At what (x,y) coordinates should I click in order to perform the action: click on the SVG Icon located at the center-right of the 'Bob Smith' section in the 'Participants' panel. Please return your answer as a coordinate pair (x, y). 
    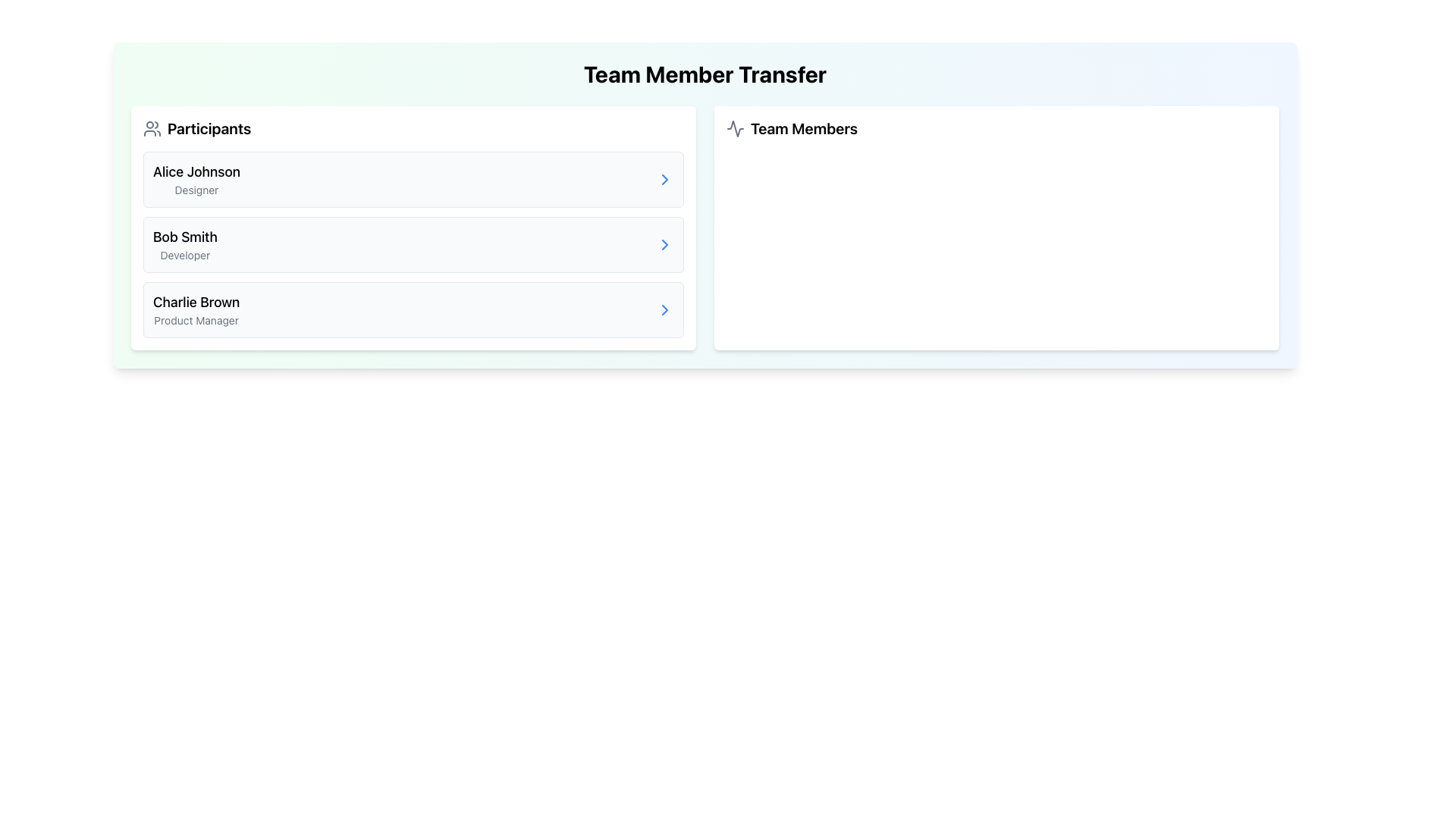
    Looking at the image, I should click on (665, 178).